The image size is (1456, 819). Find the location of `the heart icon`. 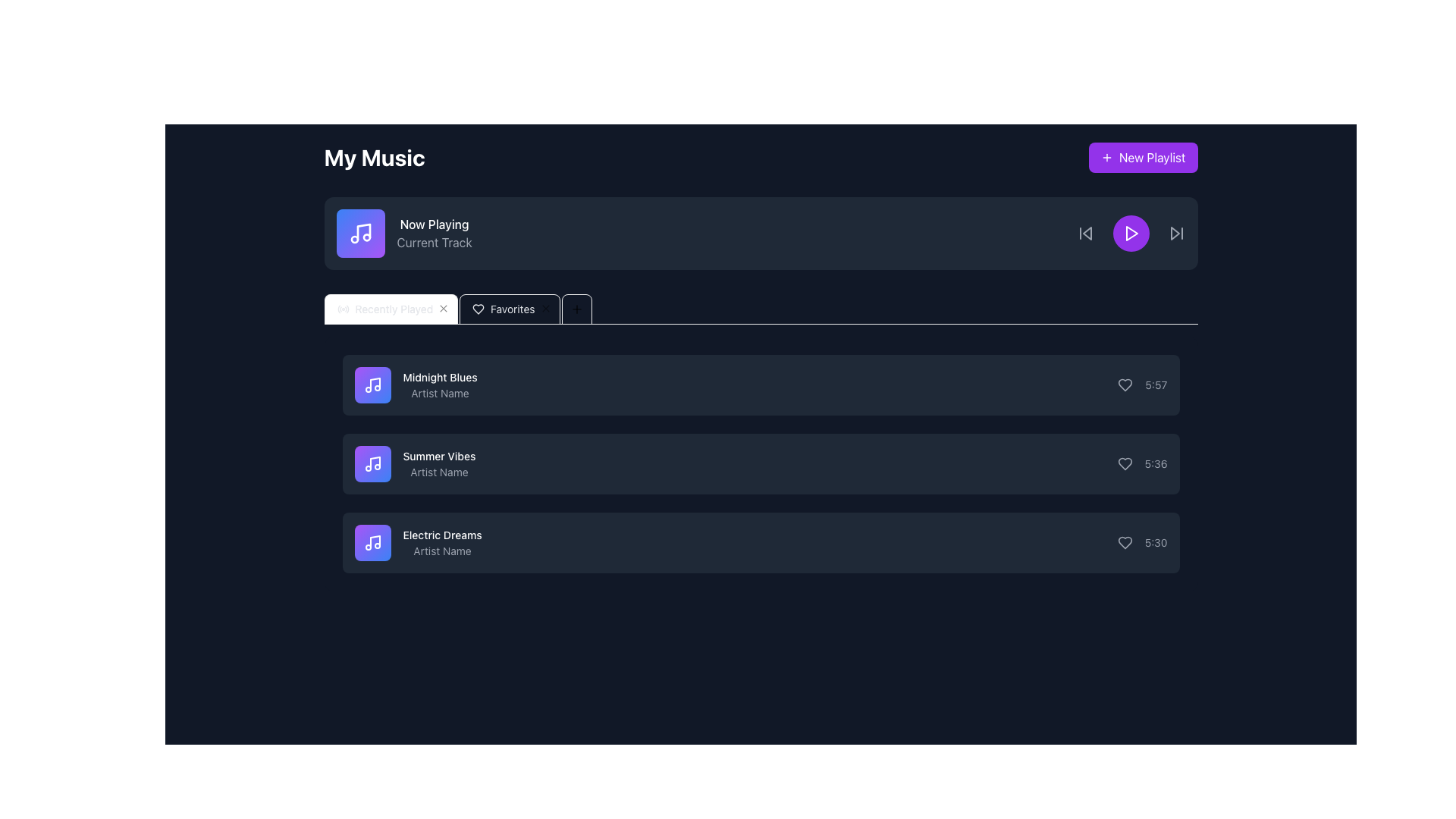

the heart icon is located at coordinates (1125, 384).